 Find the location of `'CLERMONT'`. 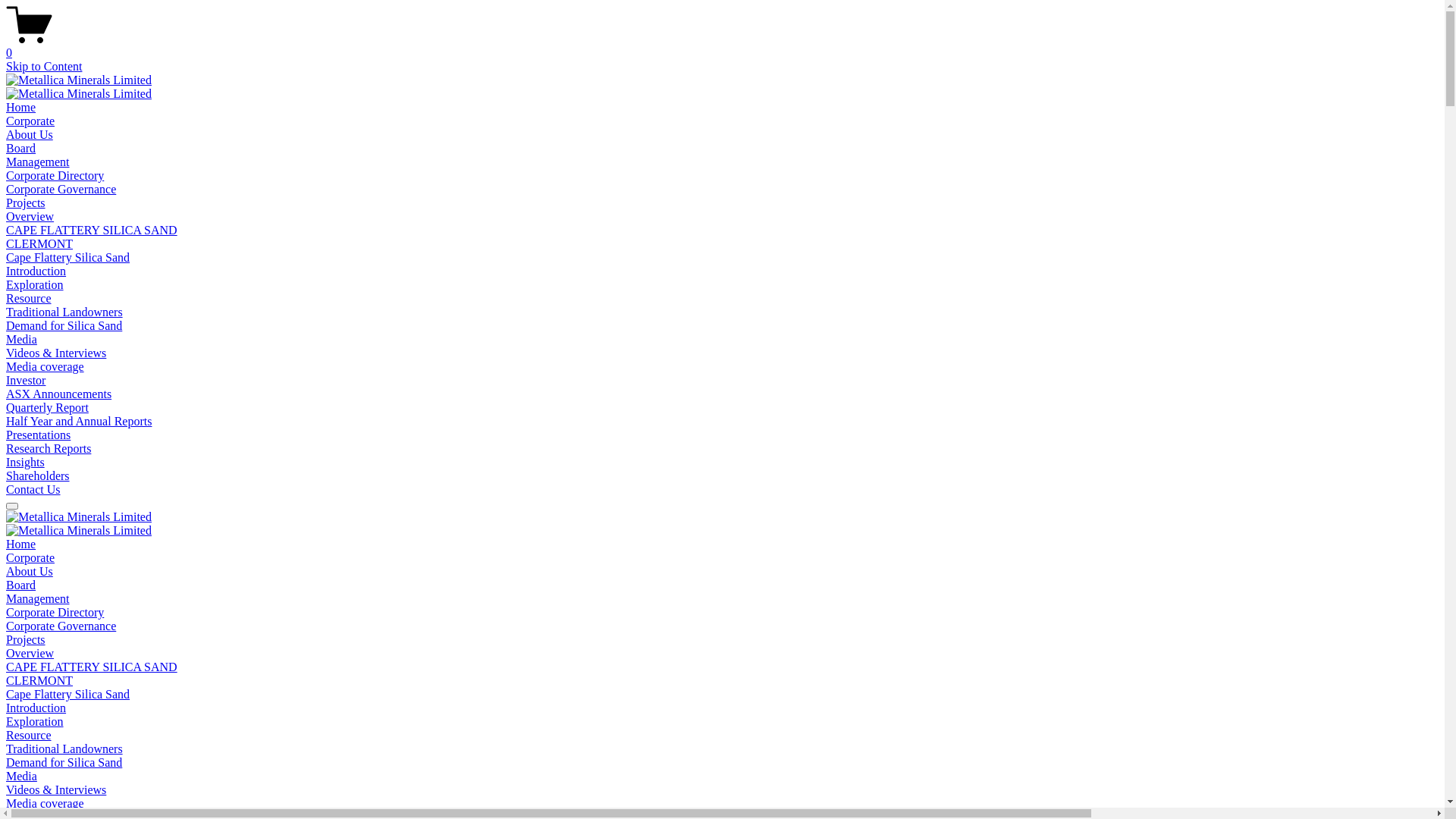

'CLERMONT' is located at coordinates (39, 679).